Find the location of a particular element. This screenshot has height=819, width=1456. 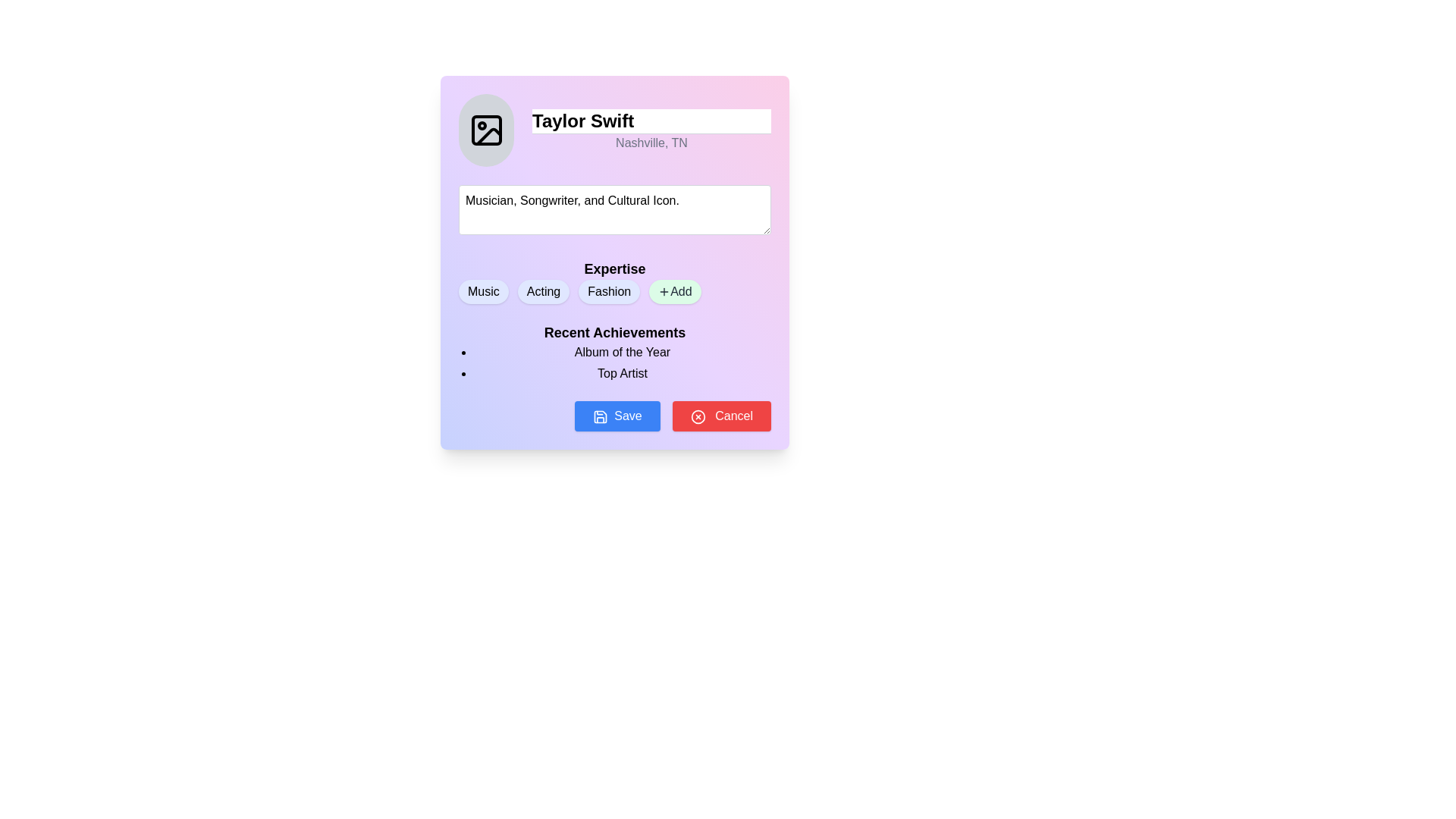

the SVG circle graphic that contributes to the 'Cancel' button's icon, located near the top-right corner of the interface is located at coordinates (697, 416).